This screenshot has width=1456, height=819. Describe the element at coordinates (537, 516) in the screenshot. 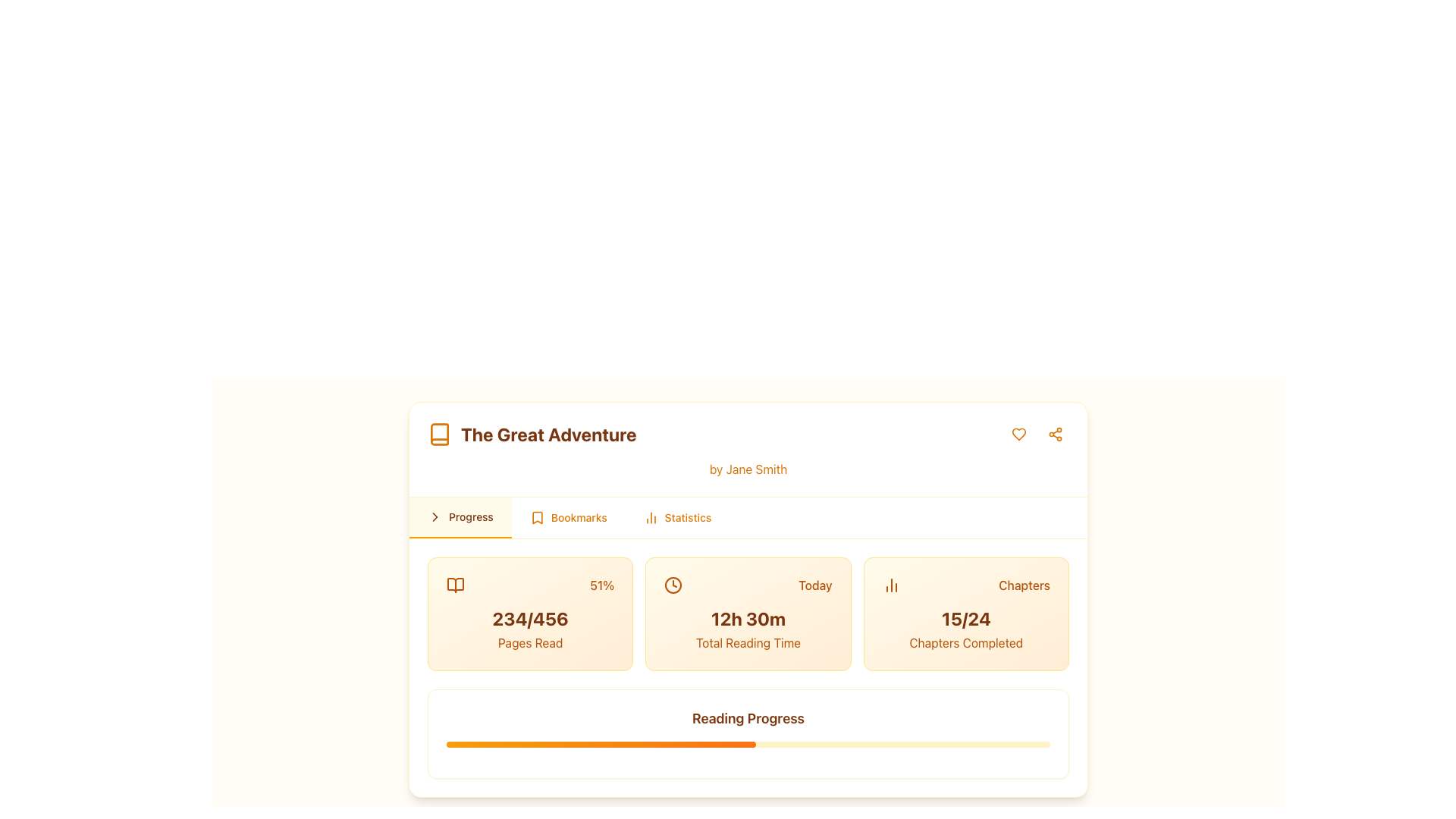

I see `the orange line-drawn bookmark icon located to the left of the 'Bookmarks' text in the navigation bar` at that location.